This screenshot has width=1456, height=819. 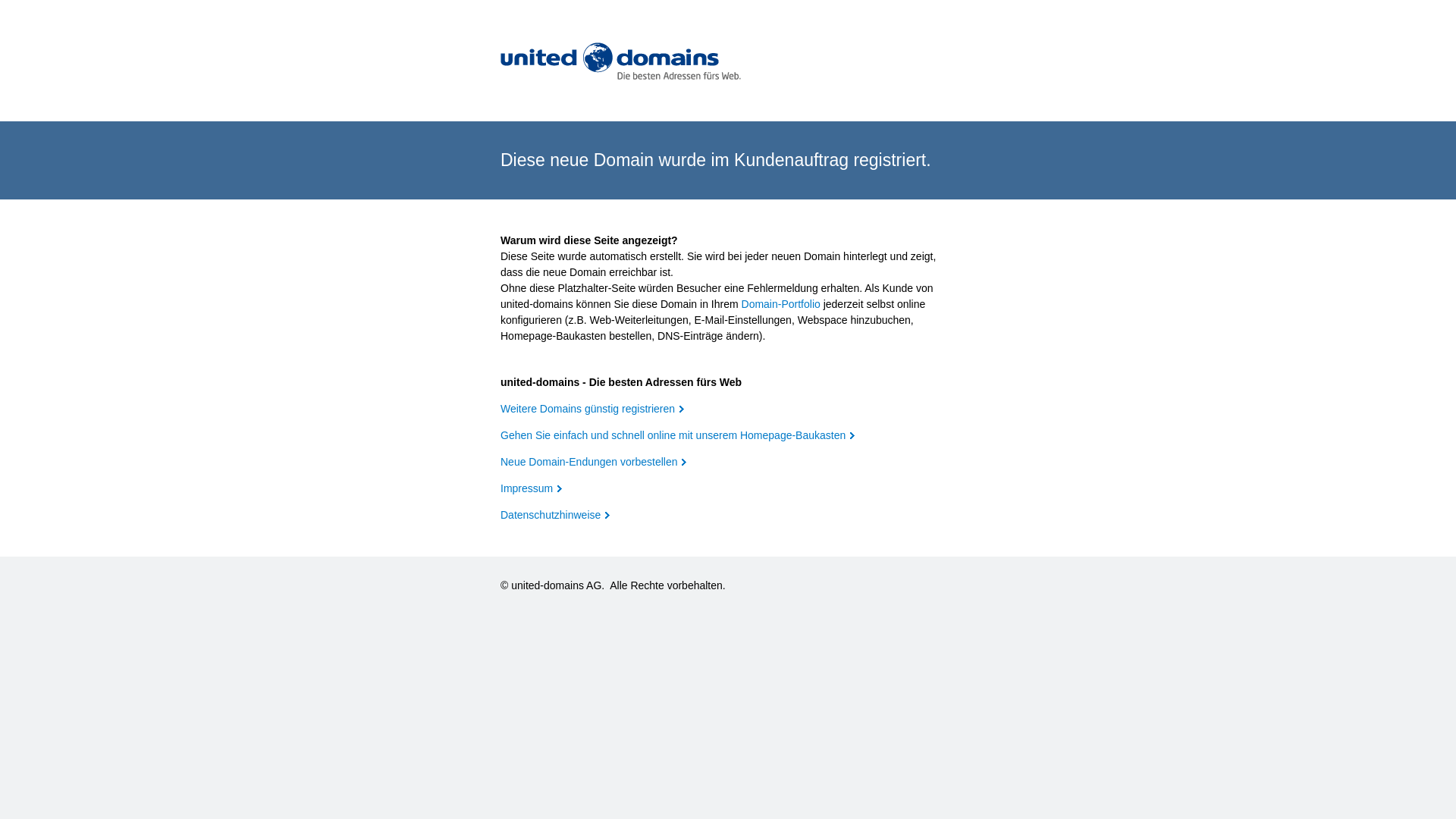 What do you see at coordinates (592, 461) in the screenshot?
I see `'Neue Domain-Endungen vorbestellen'` at bounding box center [592, 461].